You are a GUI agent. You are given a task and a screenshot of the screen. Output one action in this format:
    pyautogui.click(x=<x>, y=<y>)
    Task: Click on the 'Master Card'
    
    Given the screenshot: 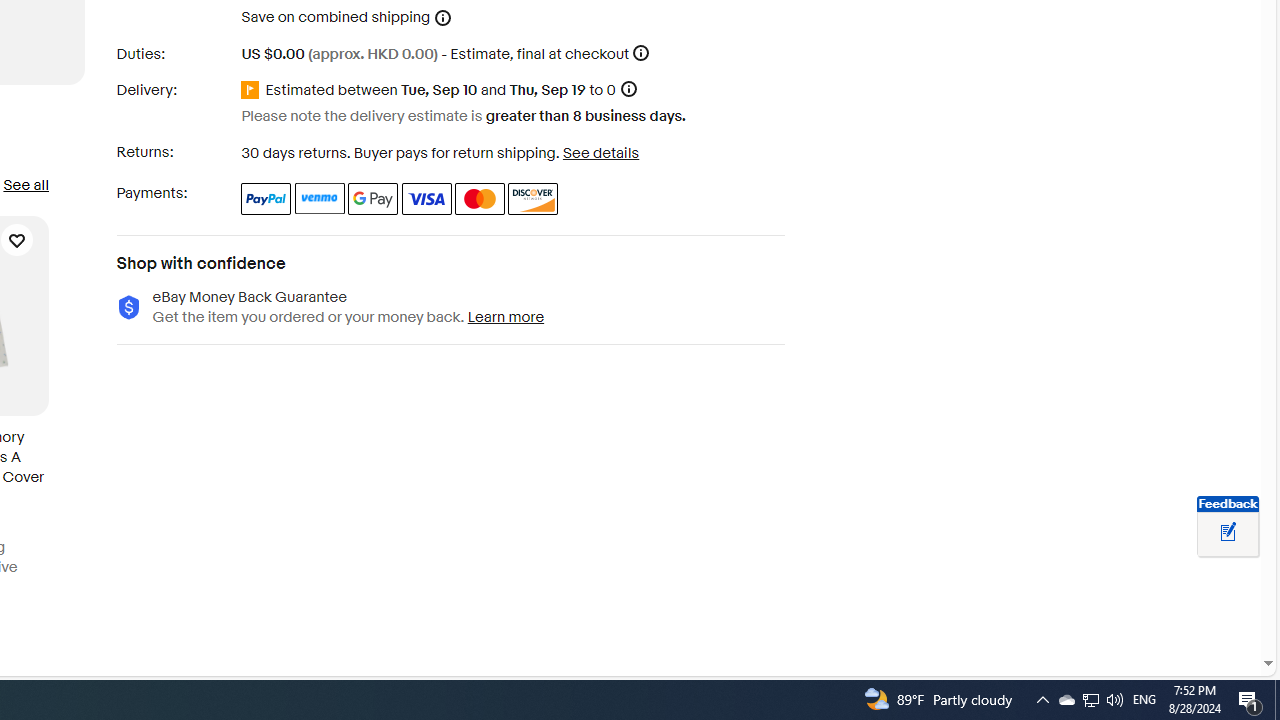 What is the action you would take?
    pyautogui.click(x=480, y=198)
    